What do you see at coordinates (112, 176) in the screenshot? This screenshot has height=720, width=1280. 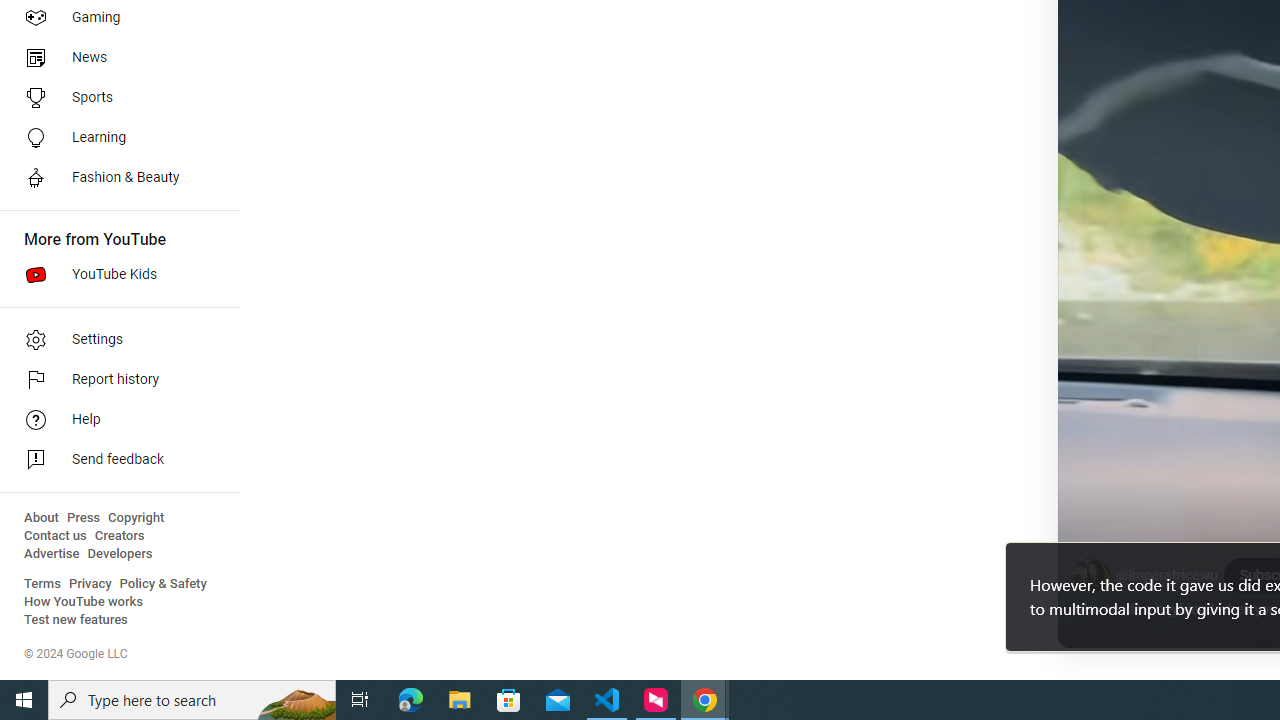 I see `'Fashion & Beauty'` at bounding box center [112, 176].